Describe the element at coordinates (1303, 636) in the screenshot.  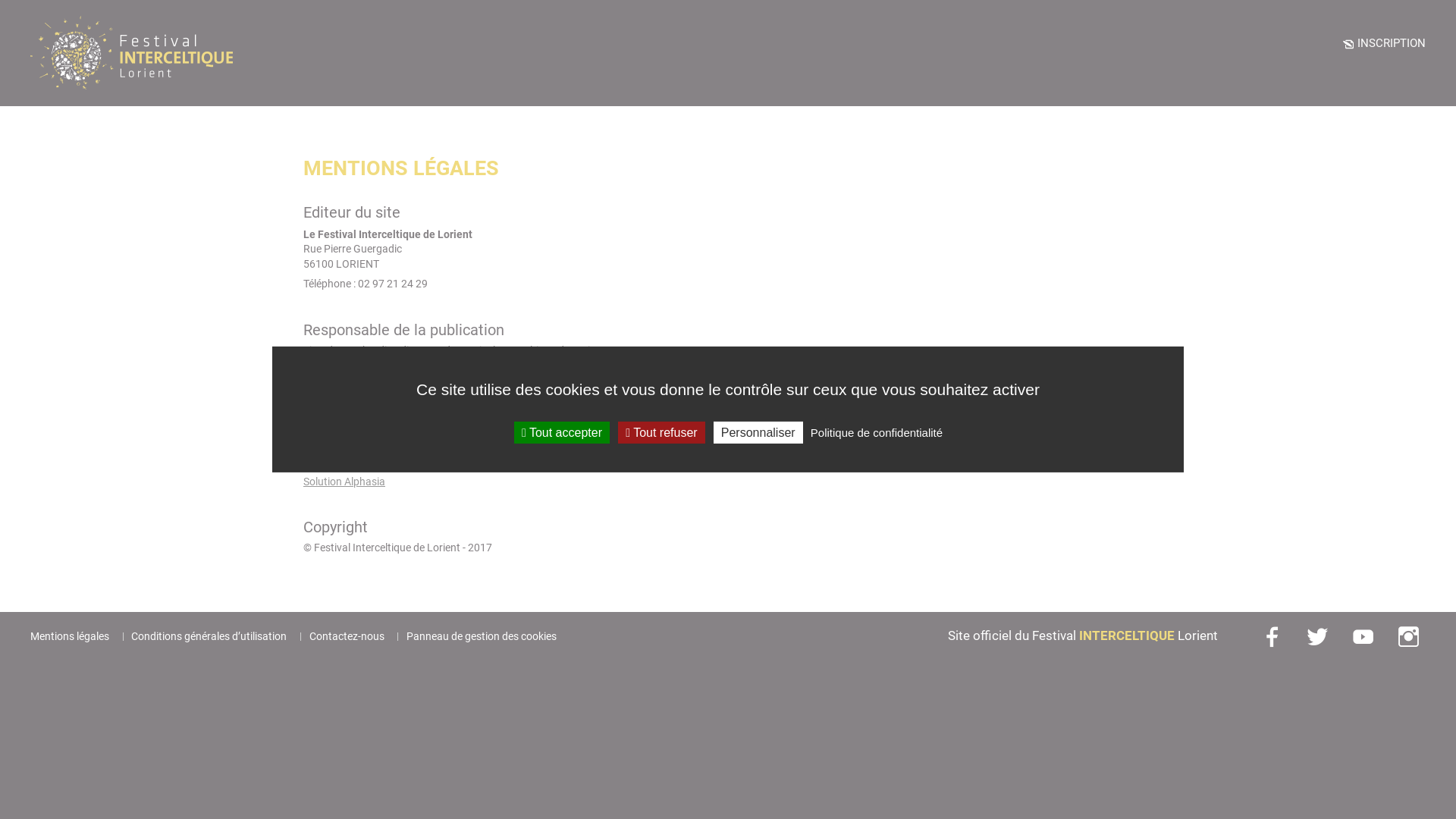
I see `'Twitter'` at that location.